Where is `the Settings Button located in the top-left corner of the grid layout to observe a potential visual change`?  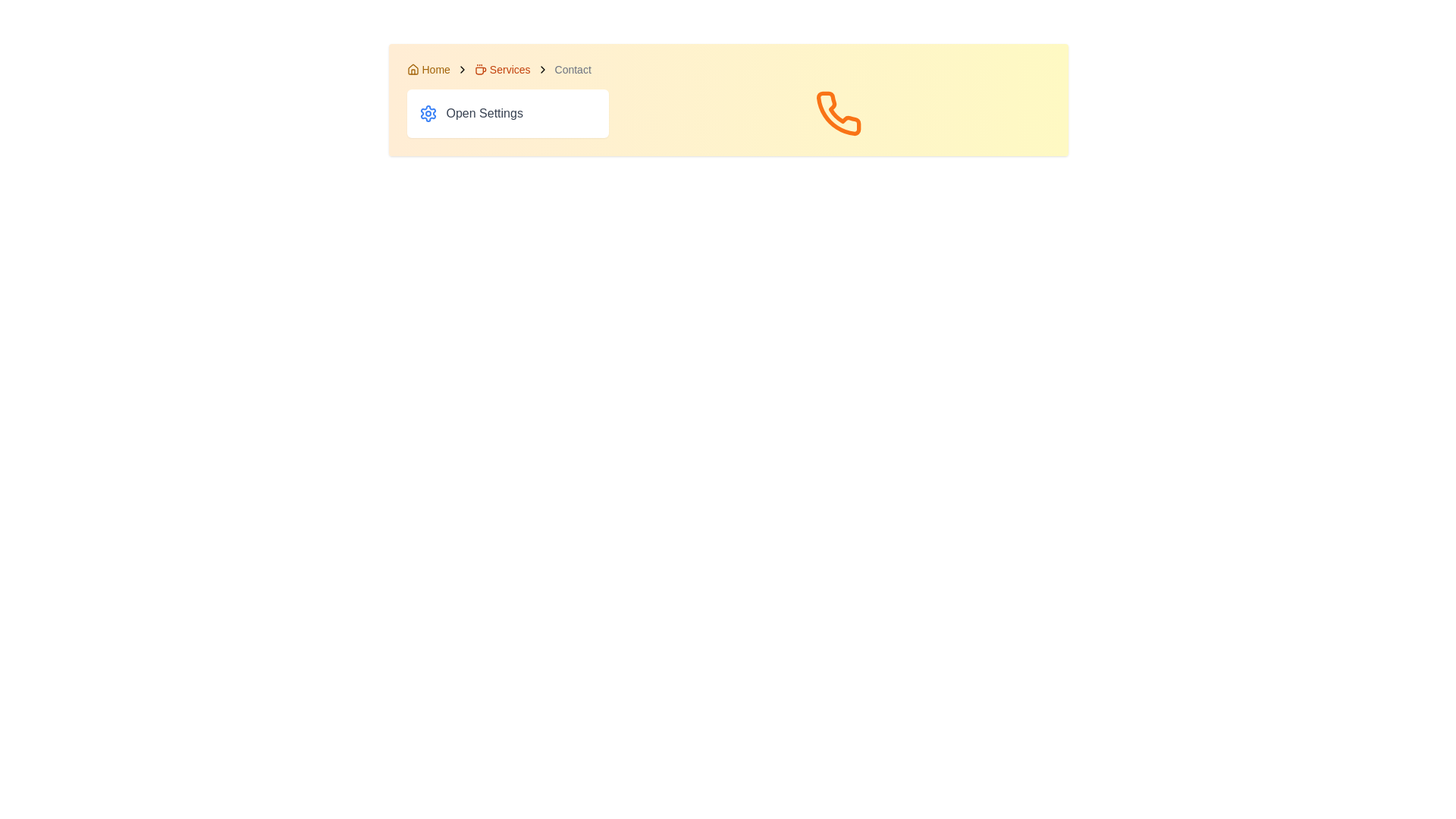
the Settings Button located in the top-left corner of the grid layout to observe a potential visual change is located at coordinates (507, 113).